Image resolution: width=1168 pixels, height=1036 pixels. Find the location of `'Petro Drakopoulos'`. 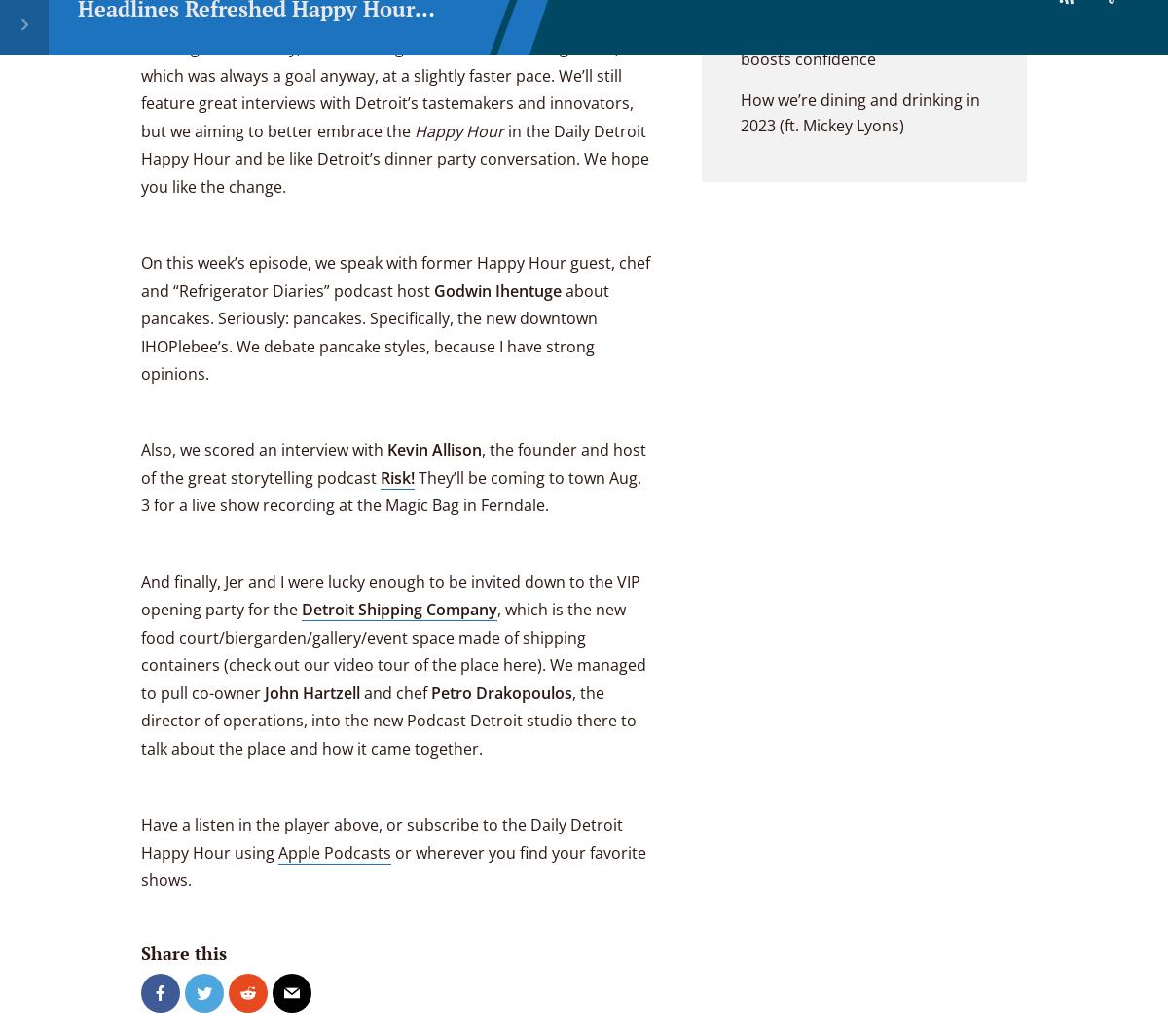

'Petro Drakopoulos' is located at coordinates (500, 691).